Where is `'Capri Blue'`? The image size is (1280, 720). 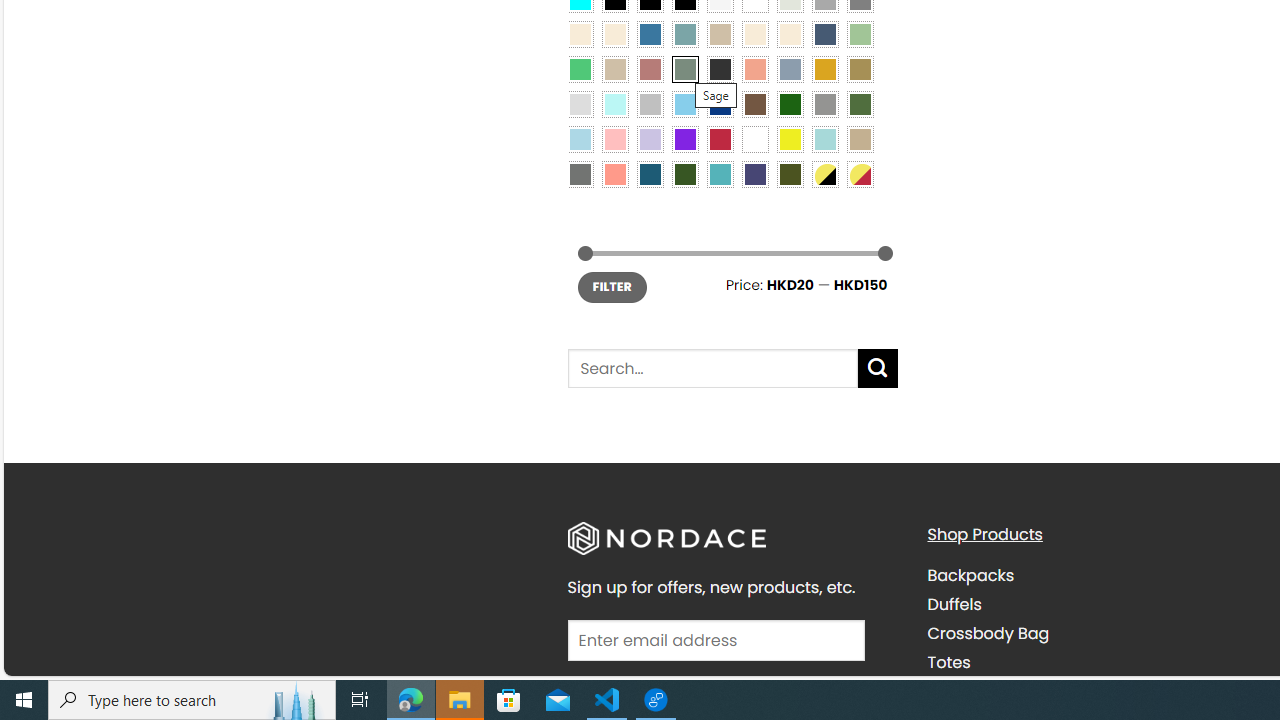 'Capri Blue' is located at coordinates (650, 173).